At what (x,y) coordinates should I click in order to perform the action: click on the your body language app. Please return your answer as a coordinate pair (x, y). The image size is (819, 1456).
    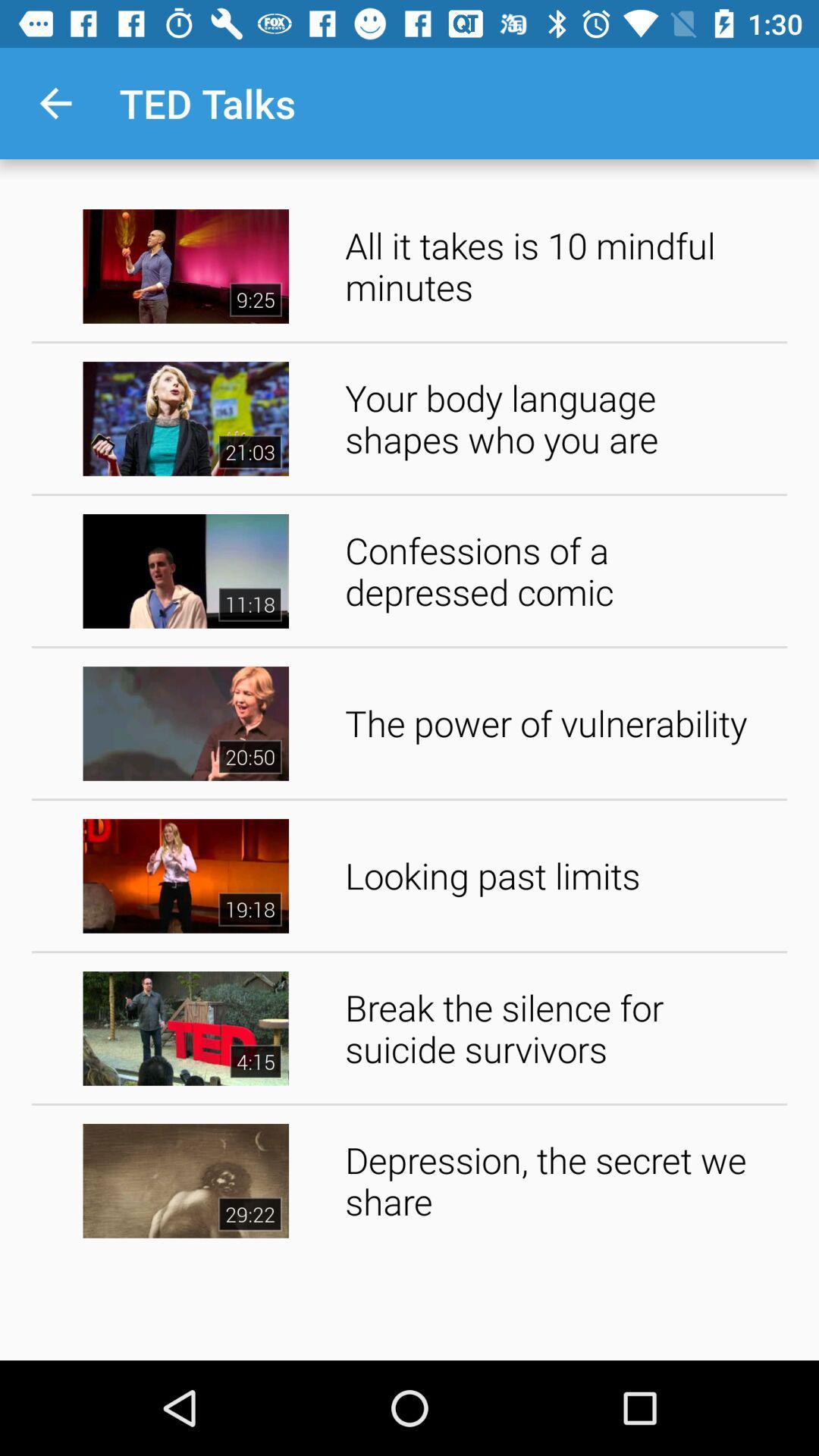
    Looking at the image, I should click on (560, 419).